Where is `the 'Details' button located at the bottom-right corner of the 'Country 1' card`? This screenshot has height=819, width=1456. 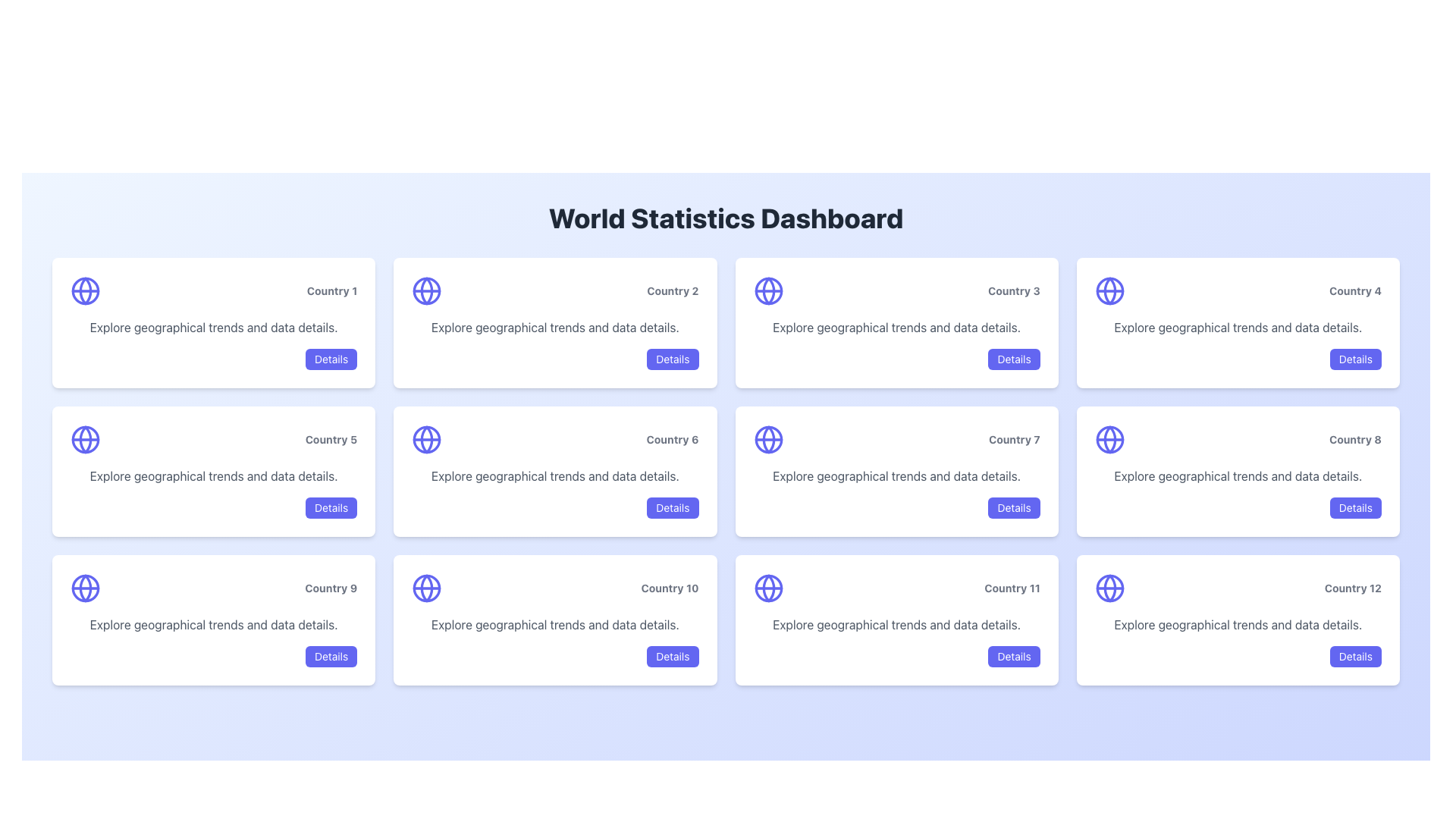
the 'Details' button located at the bottom-right corner of the 'Country 1' card is located at coordinates (331, 359).